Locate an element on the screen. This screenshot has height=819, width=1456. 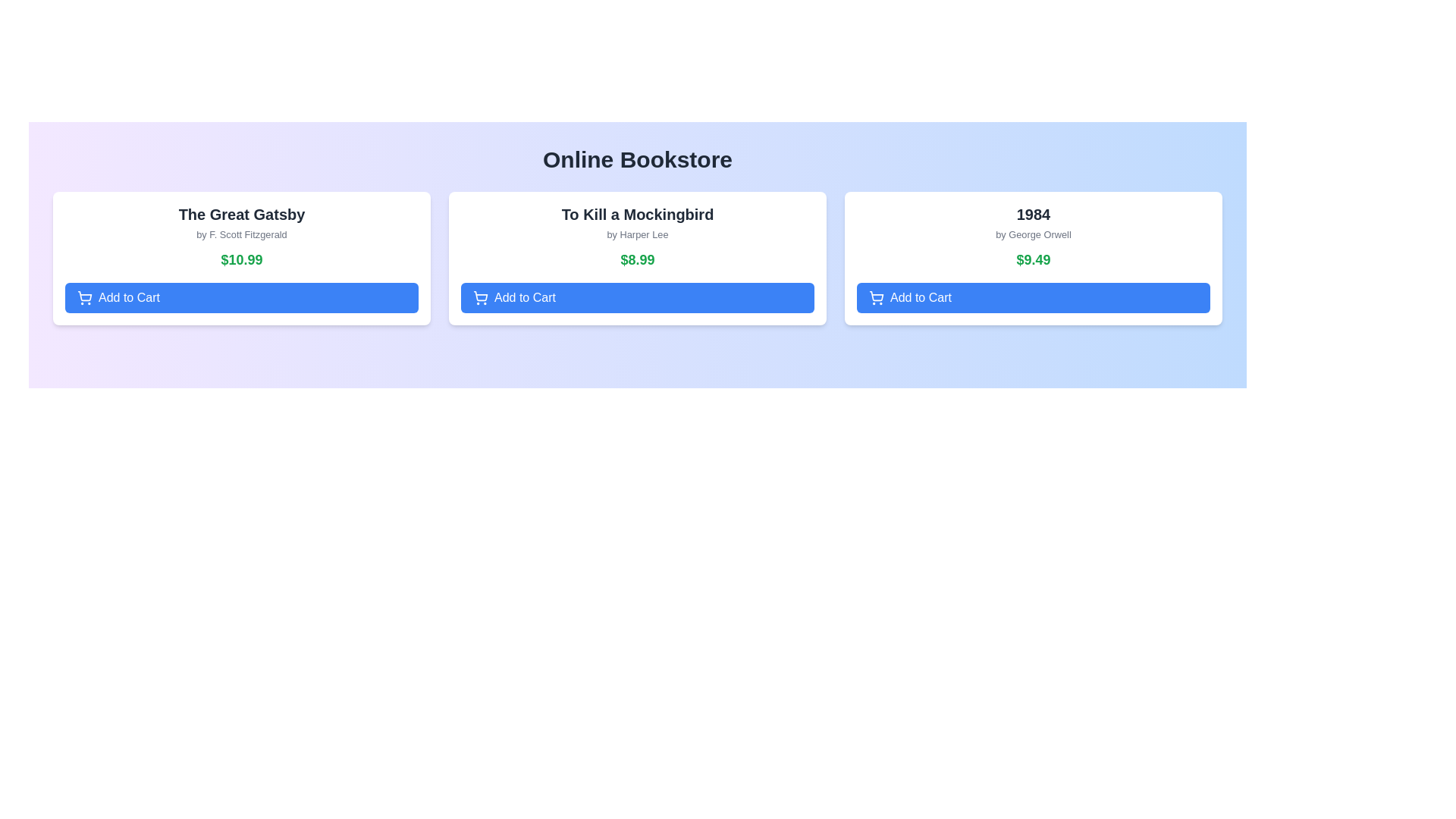
price value displayed by the static text located below 'by George Orwell' and above the 'Add to Cart' button is located at coordinates (1033, 259).